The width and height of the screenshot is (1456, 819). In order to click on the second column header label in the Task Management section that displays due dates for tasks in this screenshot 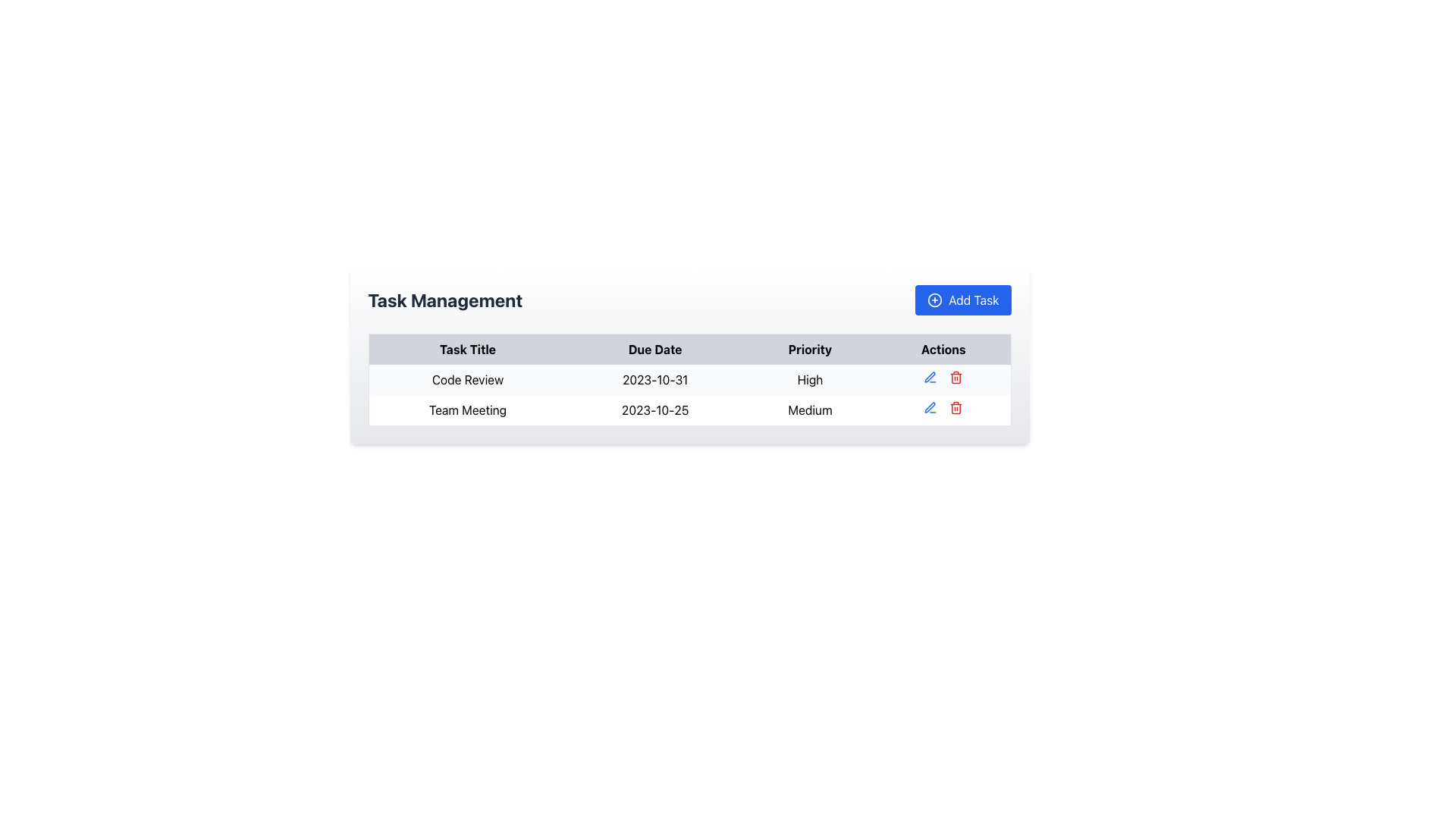, I will do `click(655, 349)`.